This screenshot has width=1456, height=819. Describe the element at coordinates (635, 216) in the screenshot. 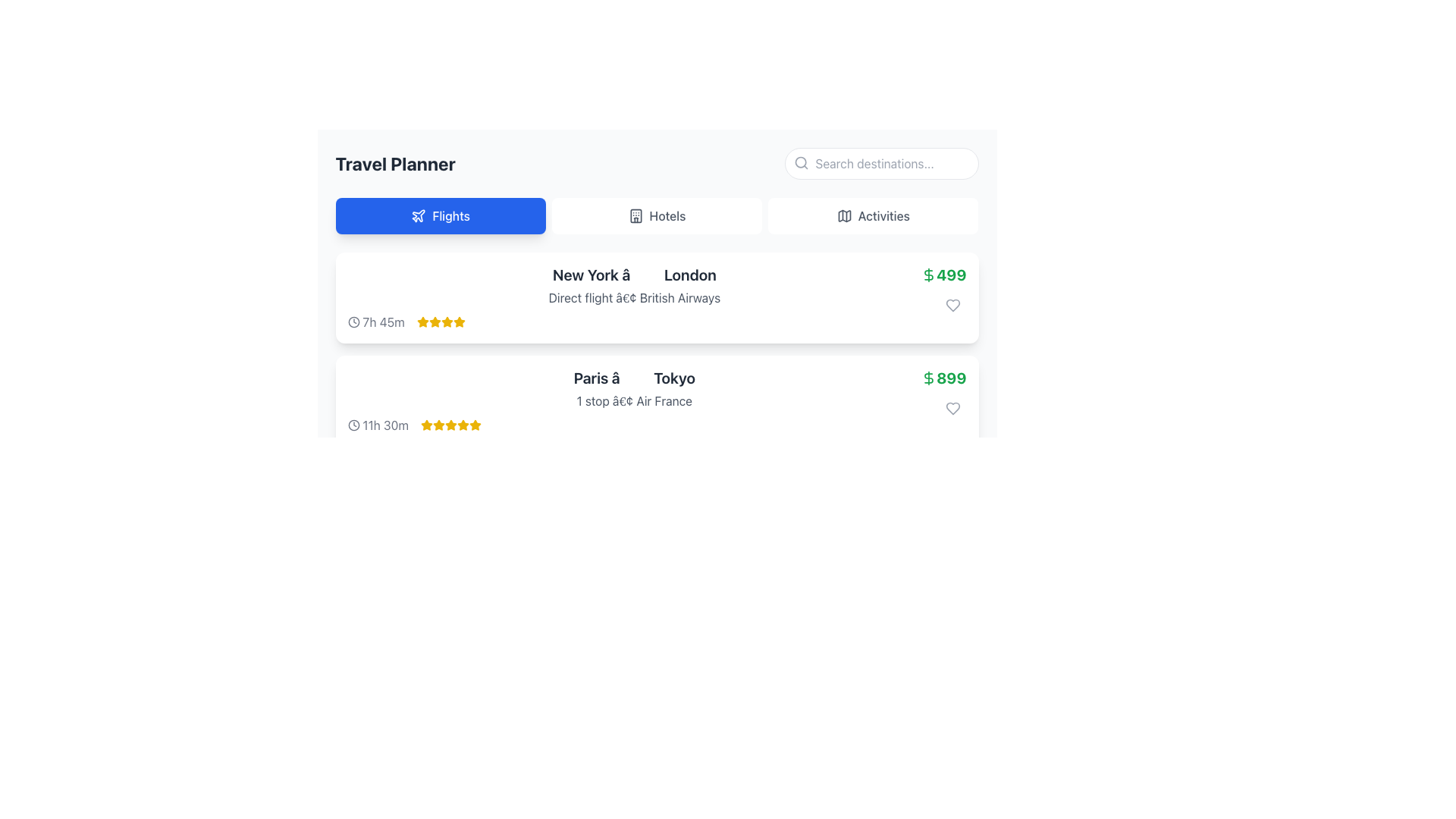

I see `the rectangular graphical icon element representing a building, which is located in the 'Hotels' tab button on the top navigation bar` at that location.